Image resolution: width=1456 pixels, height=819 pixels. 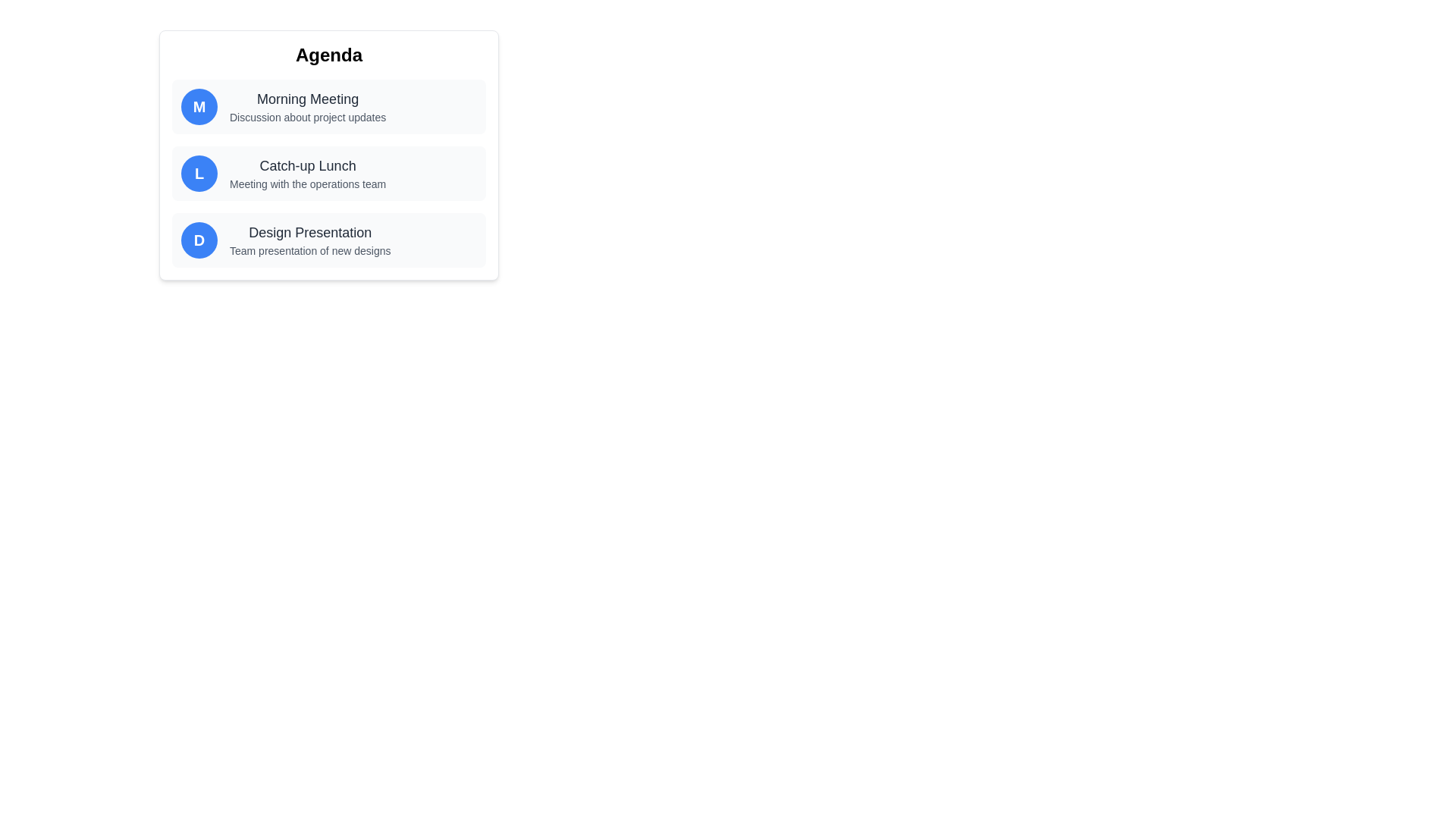 What do you see at coordinates (328, 106) in the screenshot?
I see `the first agenda item titled 'Morning Meeting'` at bounding box center [328, 106].